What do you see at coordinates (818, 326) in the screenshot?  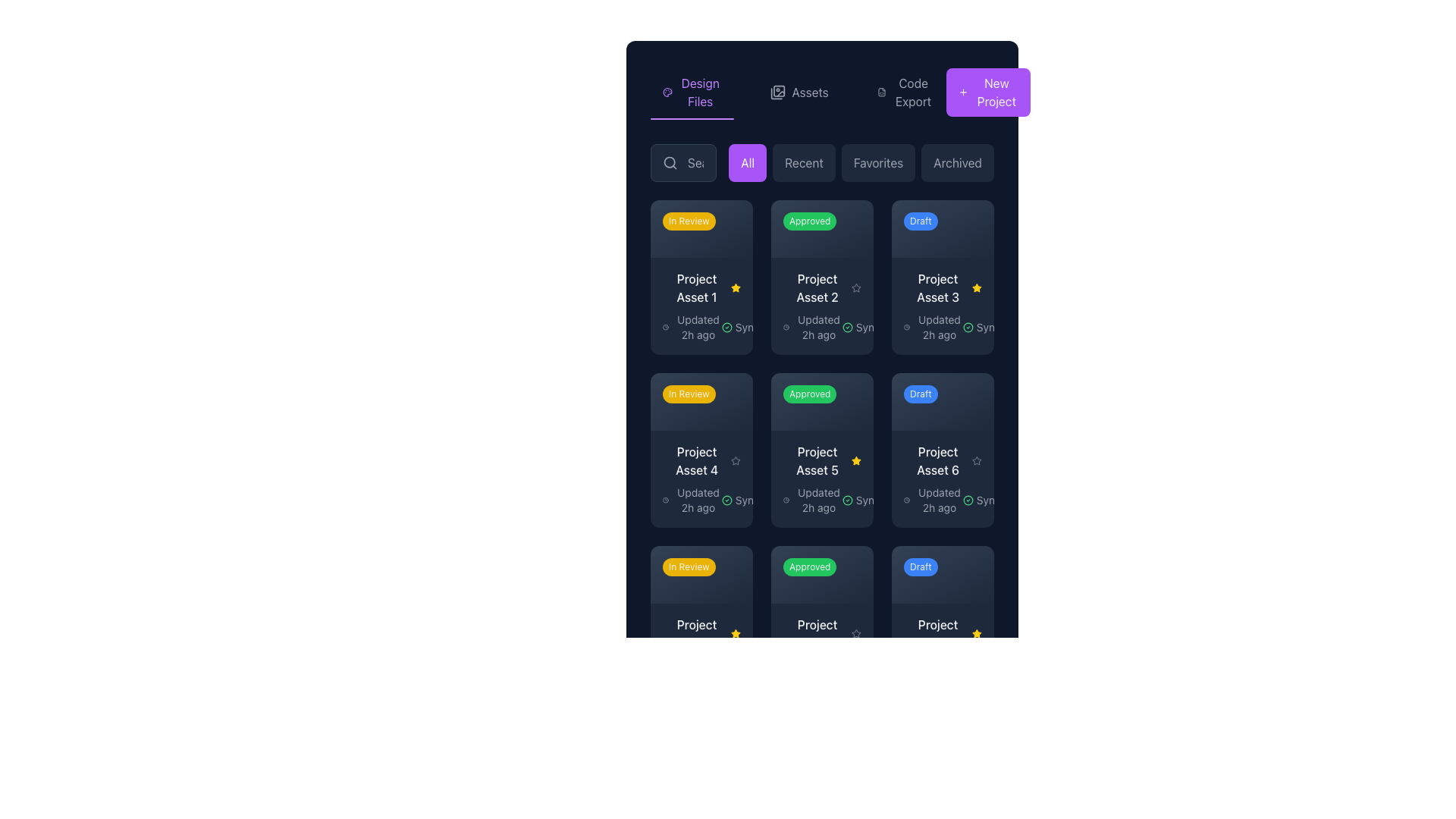 I see `the static text label displaying 'Updated 2h ago' within the 'Project Asset 2' card in the second column of the grid layout` at bounding box center [818, 326].